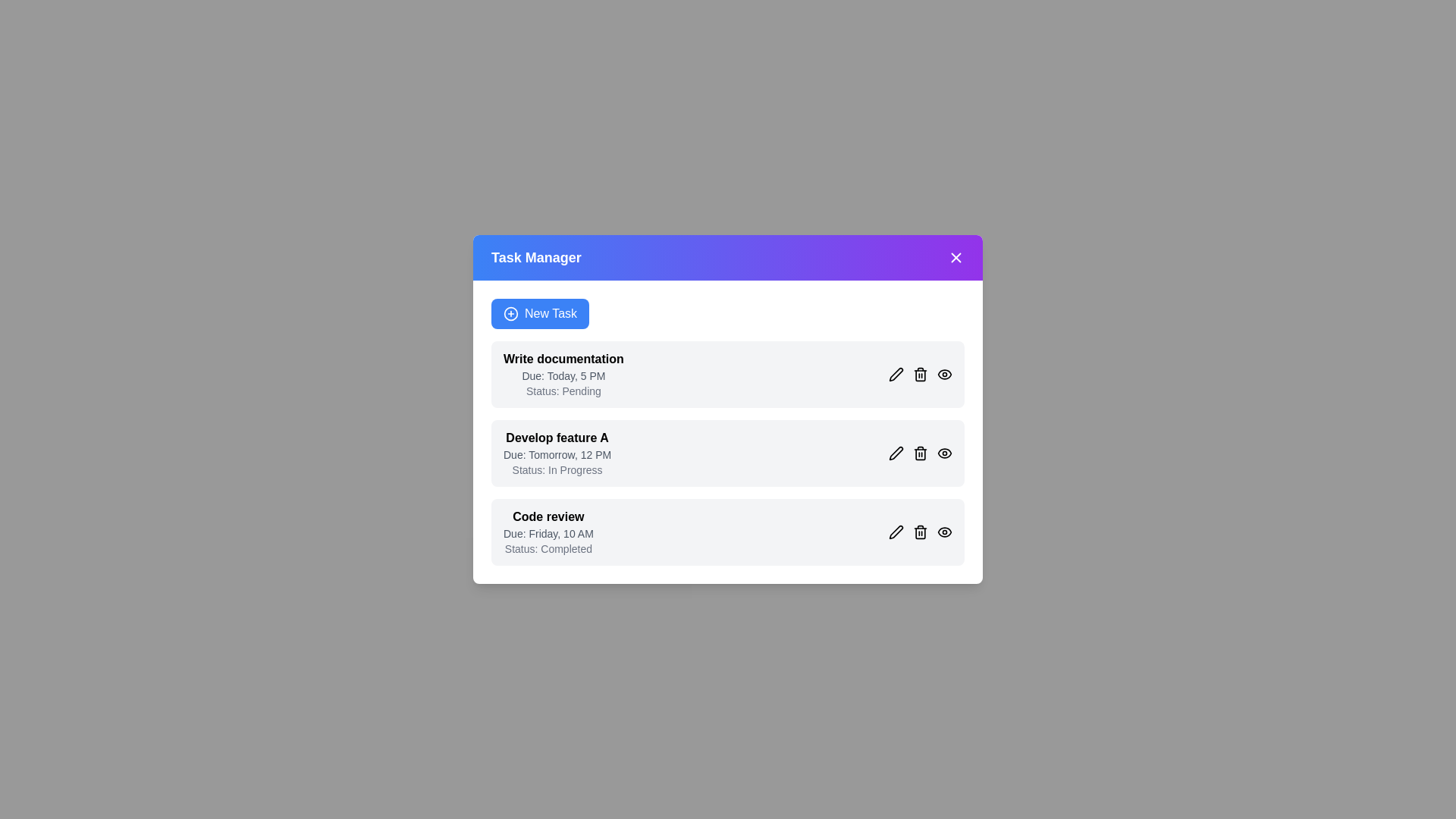  Describe the element at coordinates (896, 374) in the screenshot. I see `'Edit' button next to the task 'Write documentation' to edit its details` at that location.